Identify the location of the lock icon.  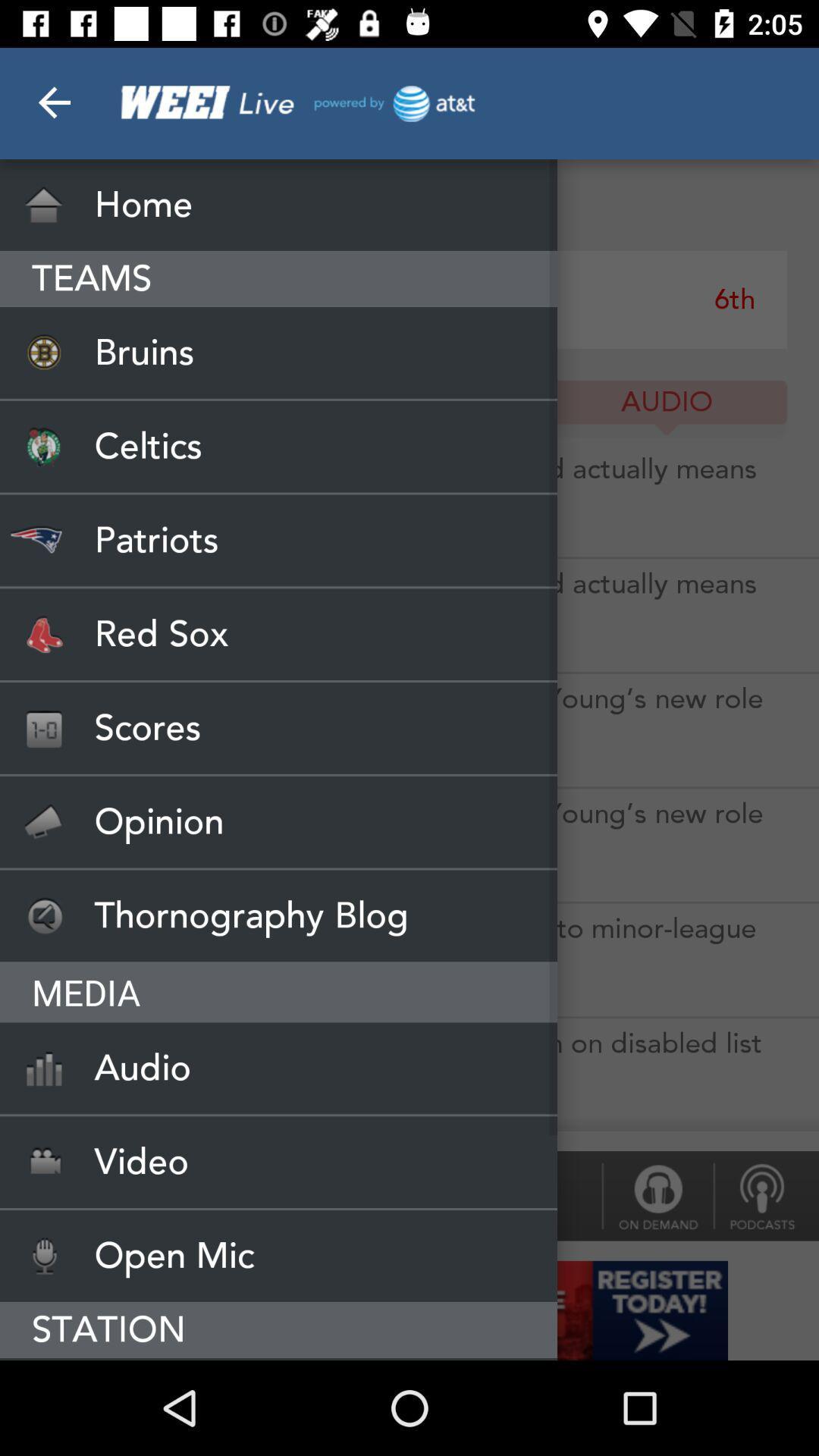
(657, 1195).